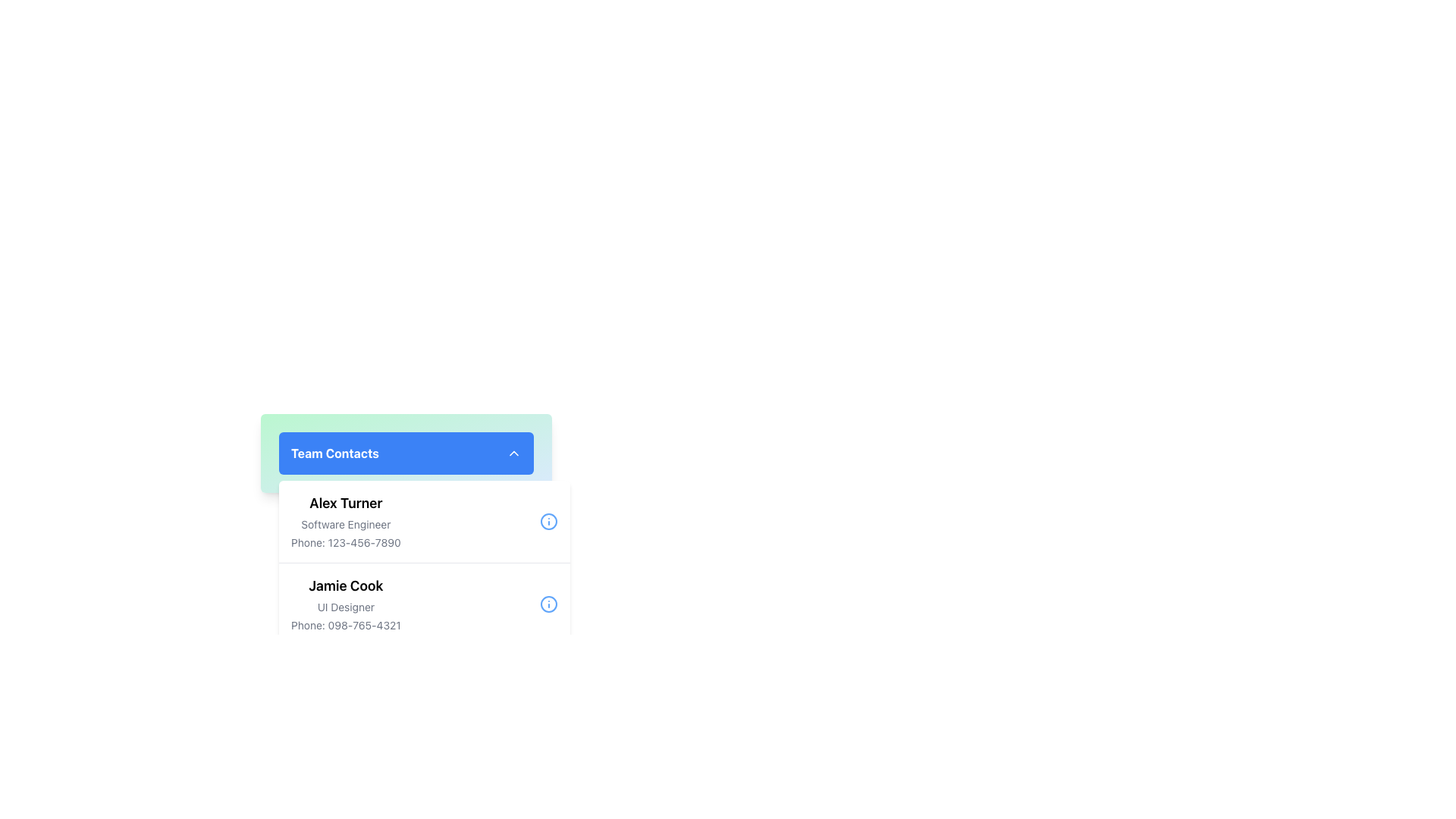 This screenshot has width=1456, height=819. What do you see at coordinates (345, 520) in the screenshot?
I see `contact information displayed in the top text block of the 'Team Contacts' section, which contains the user's name, job title, and phone number` at bounding box center [345, 520].